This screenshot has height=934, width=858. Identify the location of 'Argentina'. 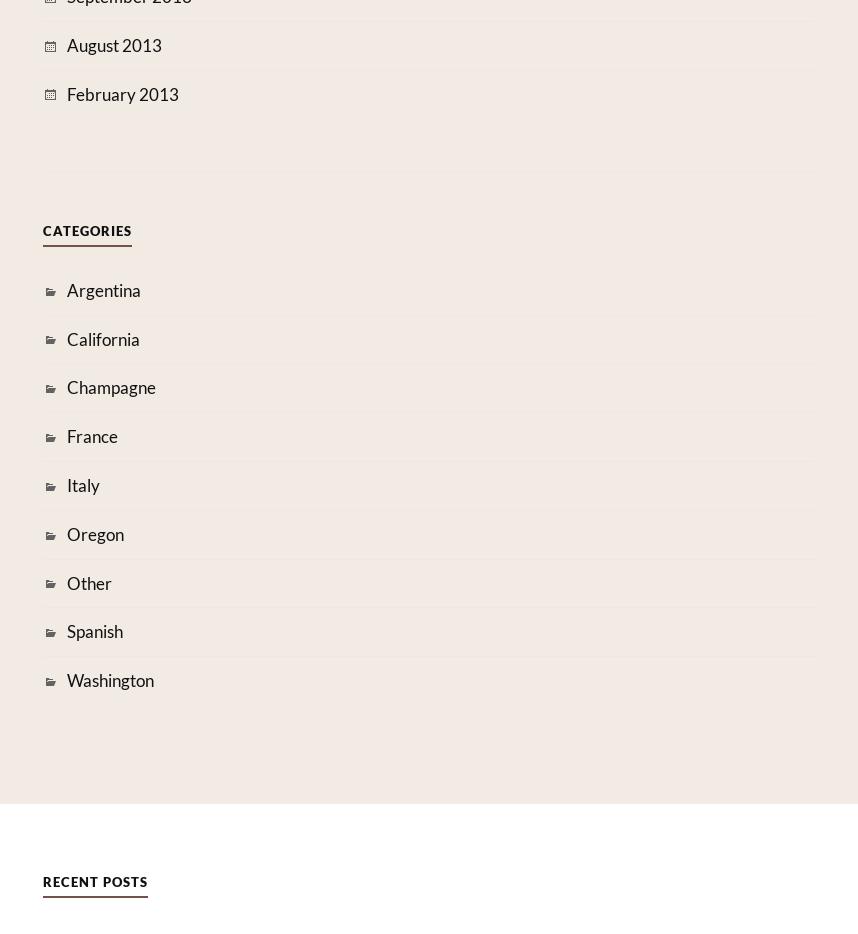
(64, 288).